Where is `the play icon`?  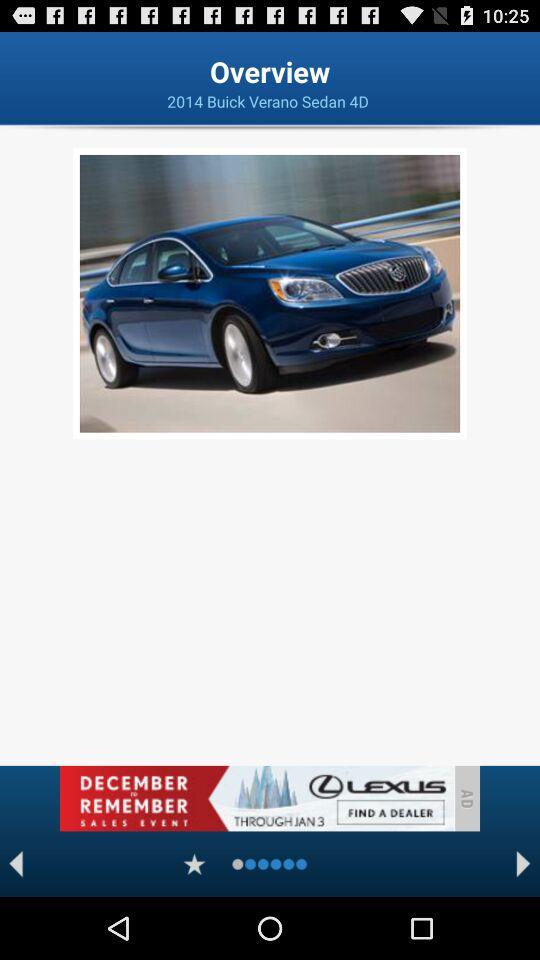 the play icon is located at coordinates (523, 924).